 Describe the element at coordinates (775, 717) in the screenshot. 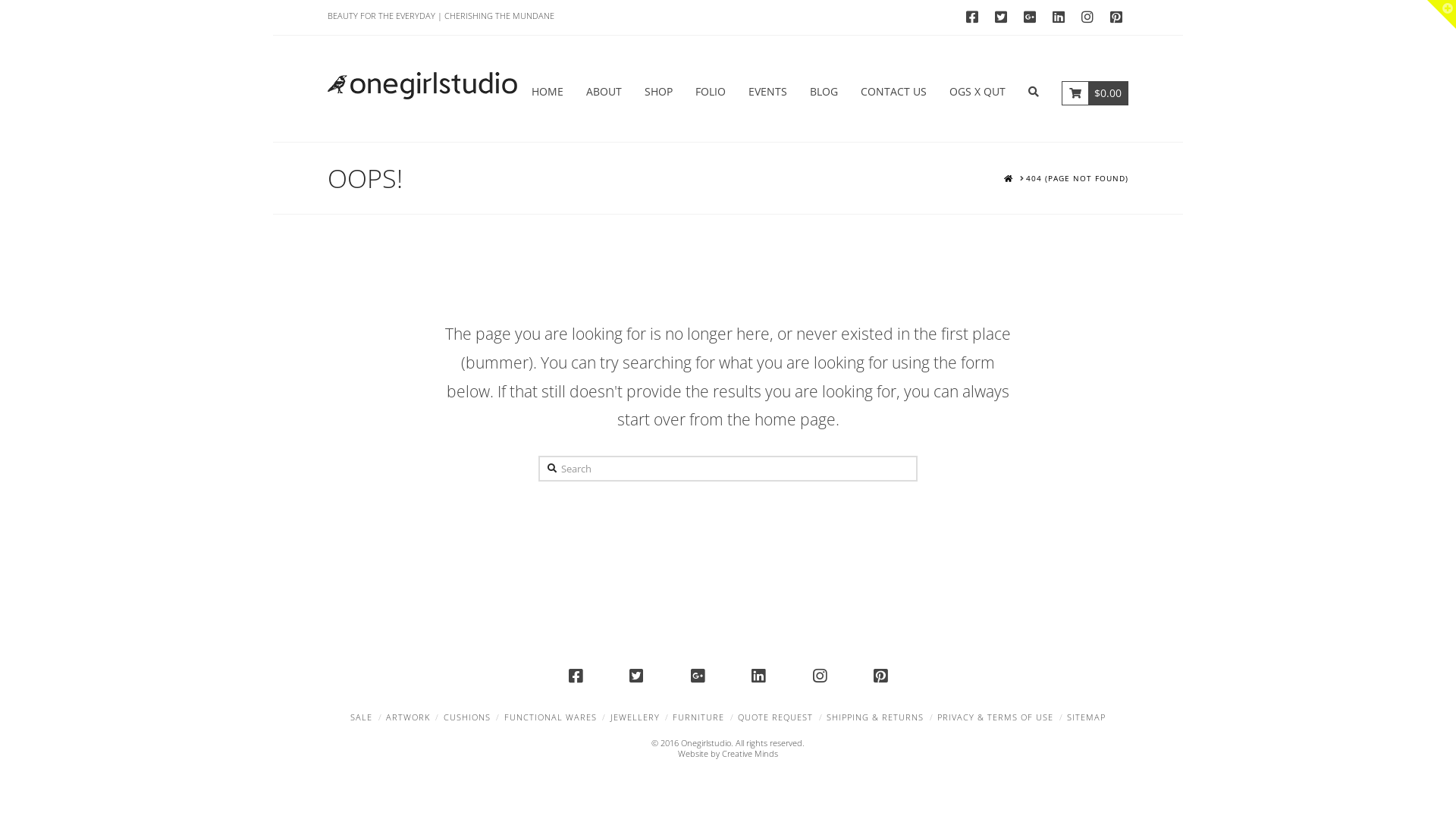

I see `'QUOTE REQUEST'` at that location.